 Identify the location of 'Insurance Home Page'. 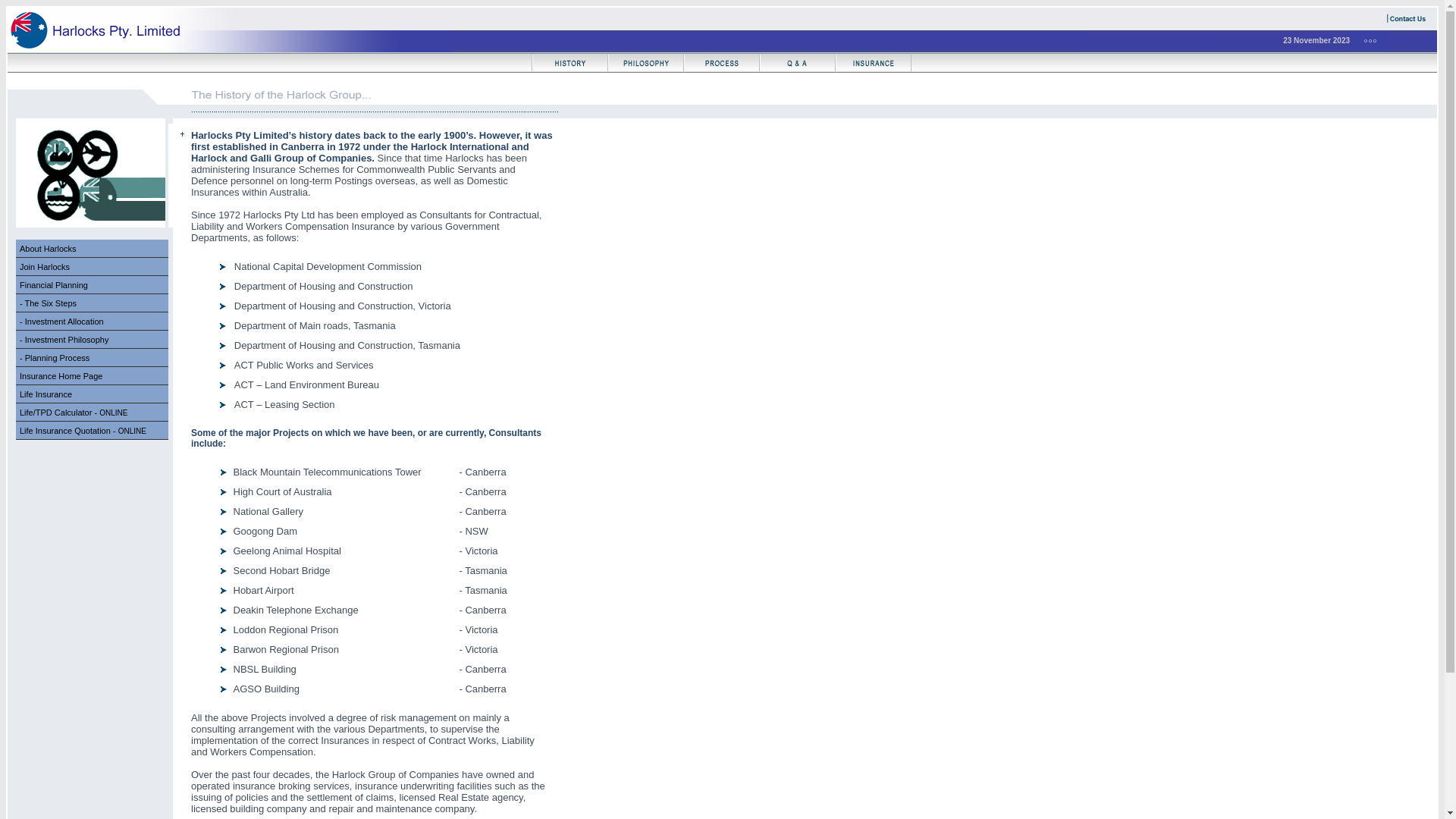
(91, 375).